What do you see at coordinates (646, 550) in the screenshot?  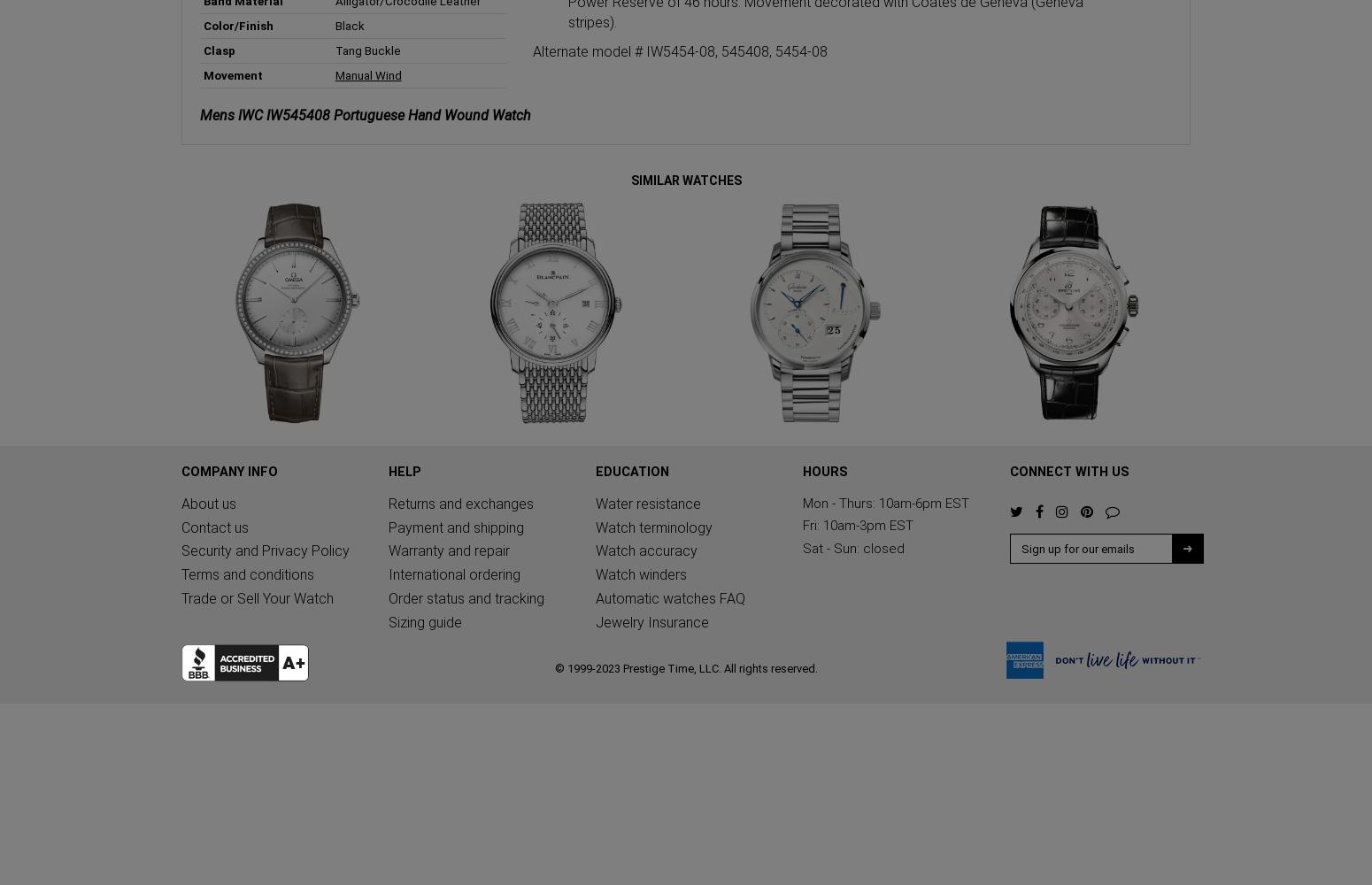 I see `'Watch accuracy'` at bounding box center [646, 550].